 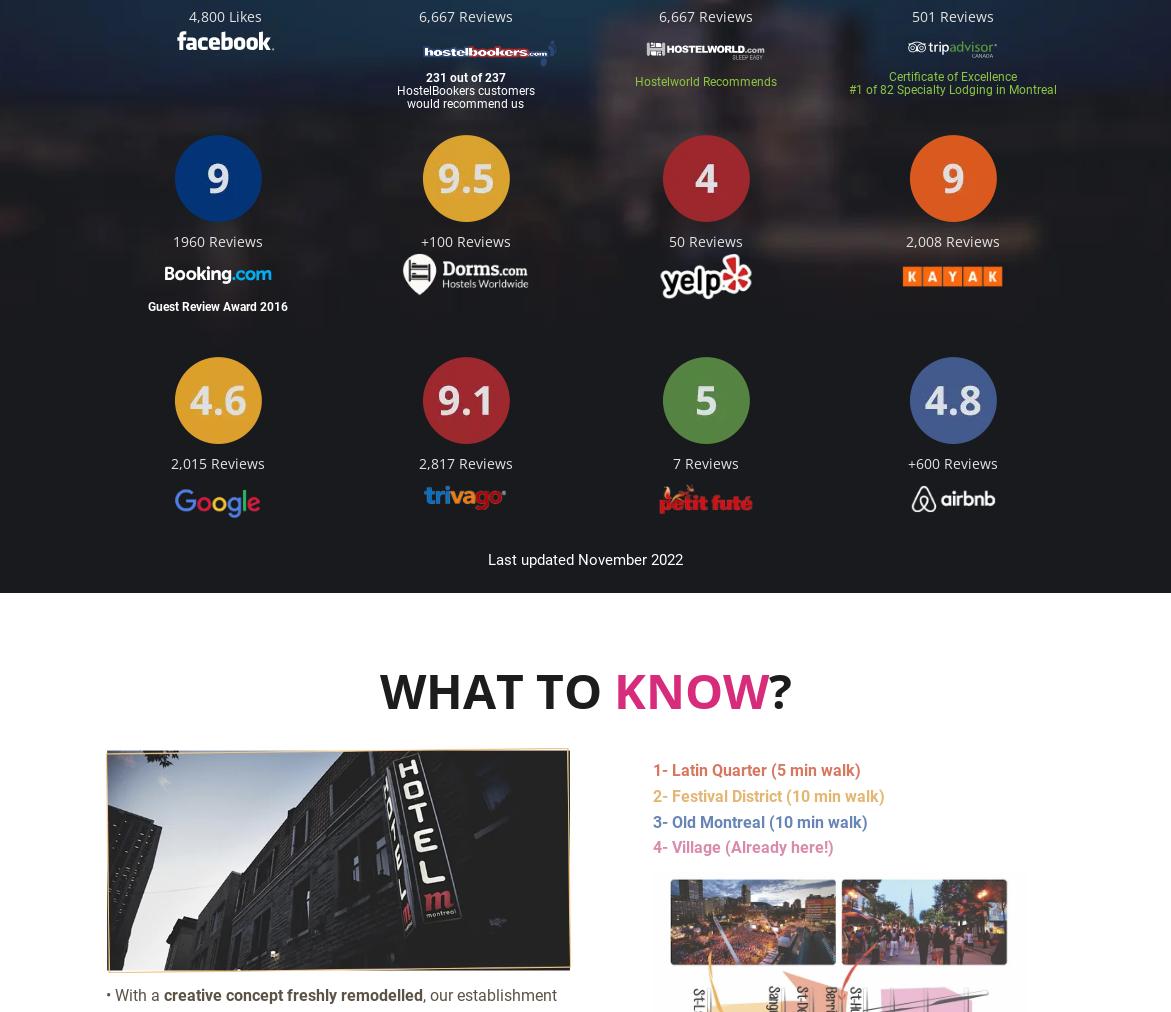 I want to click on 'Guest Review Award 2016', so click(x=217, y=306).